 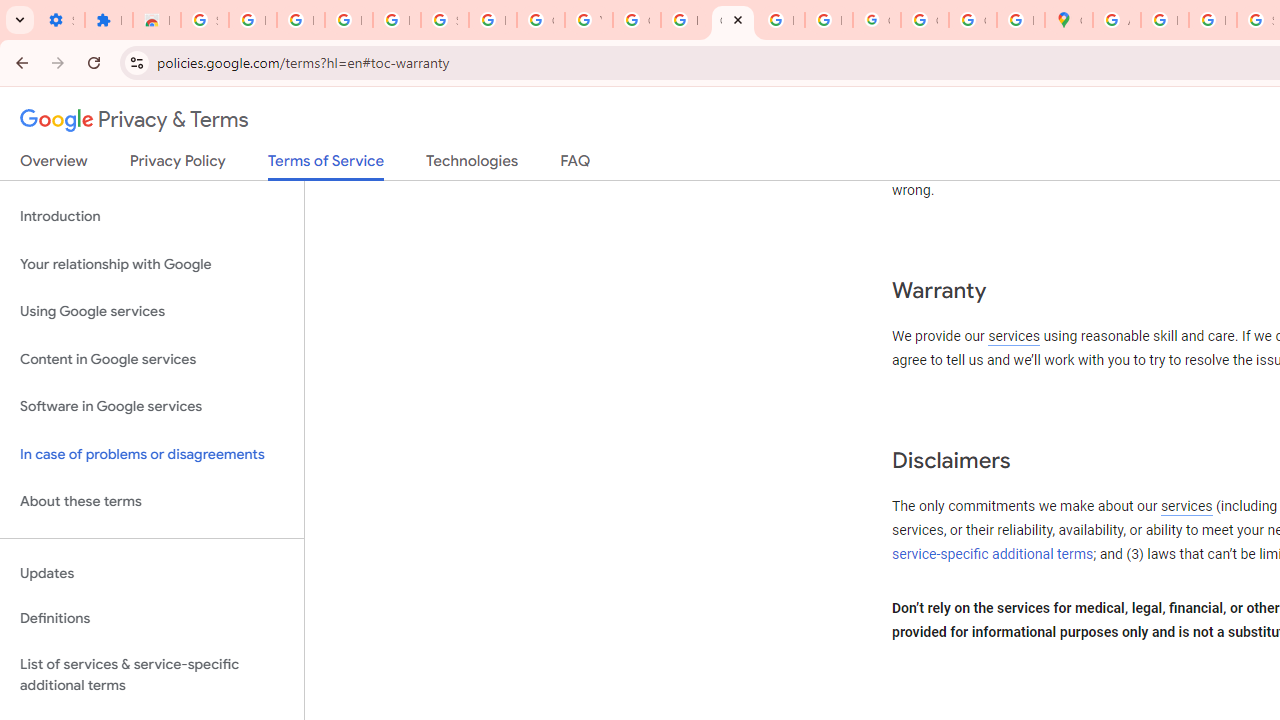 What do you see at coordinates (151, 312) in the screenshot?
I see `'Using Google services'` at bounding box center [151, 312].